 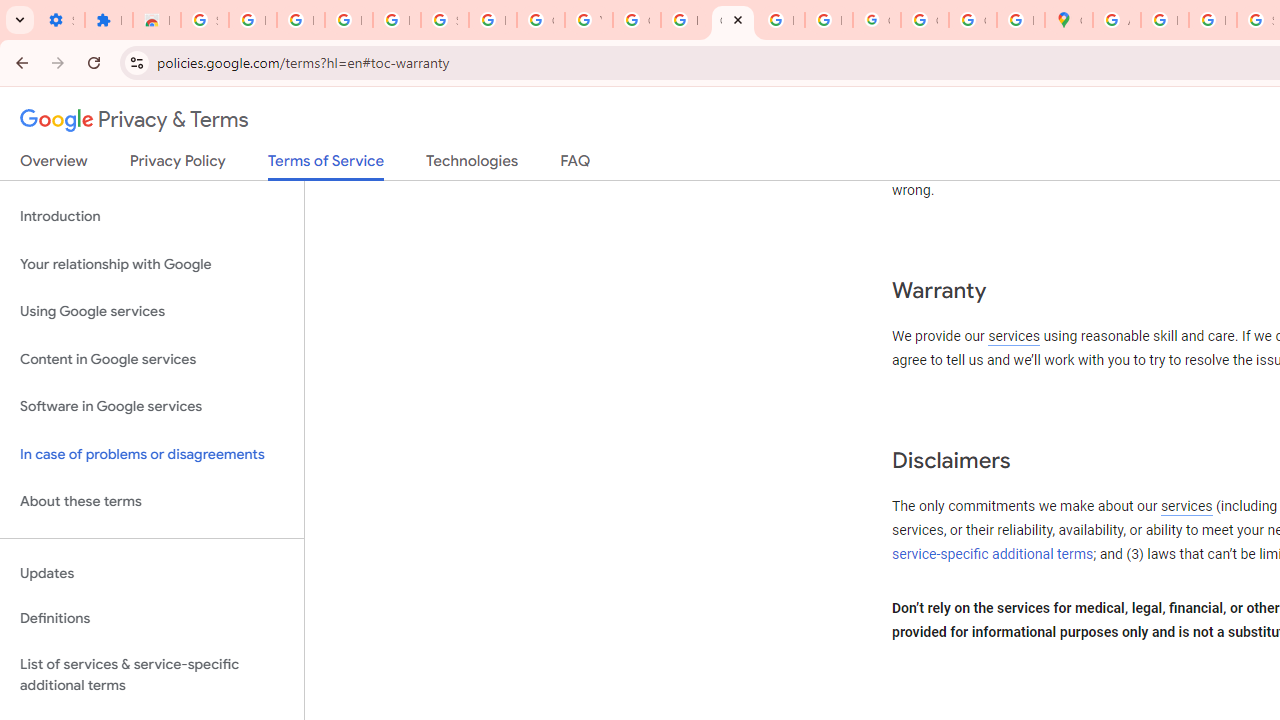 What do you see at coordinates (151, 312) in the screenshot?
I see `'Using Google services'` at bounding box center [151, 312].